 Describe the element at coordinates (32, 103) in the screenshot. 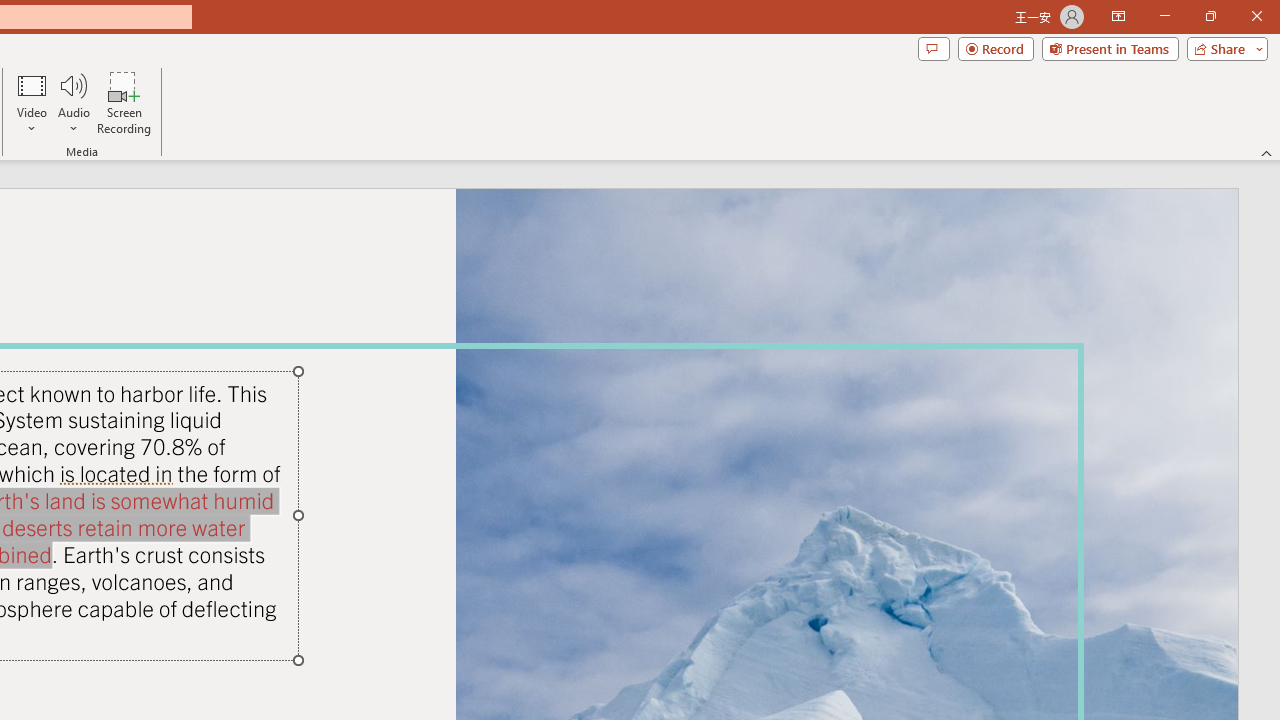

I see `'Video'` at that location.